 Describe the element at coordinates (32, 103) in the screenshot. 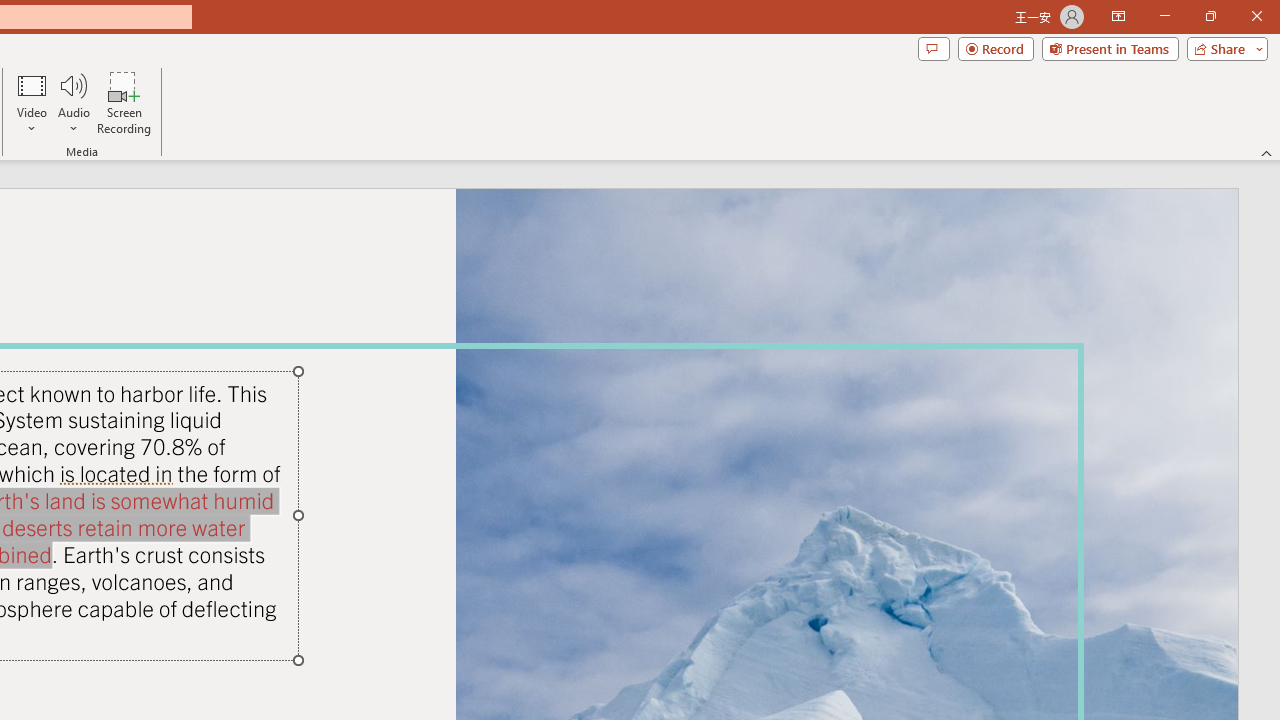

I see `'Video'` at that location.